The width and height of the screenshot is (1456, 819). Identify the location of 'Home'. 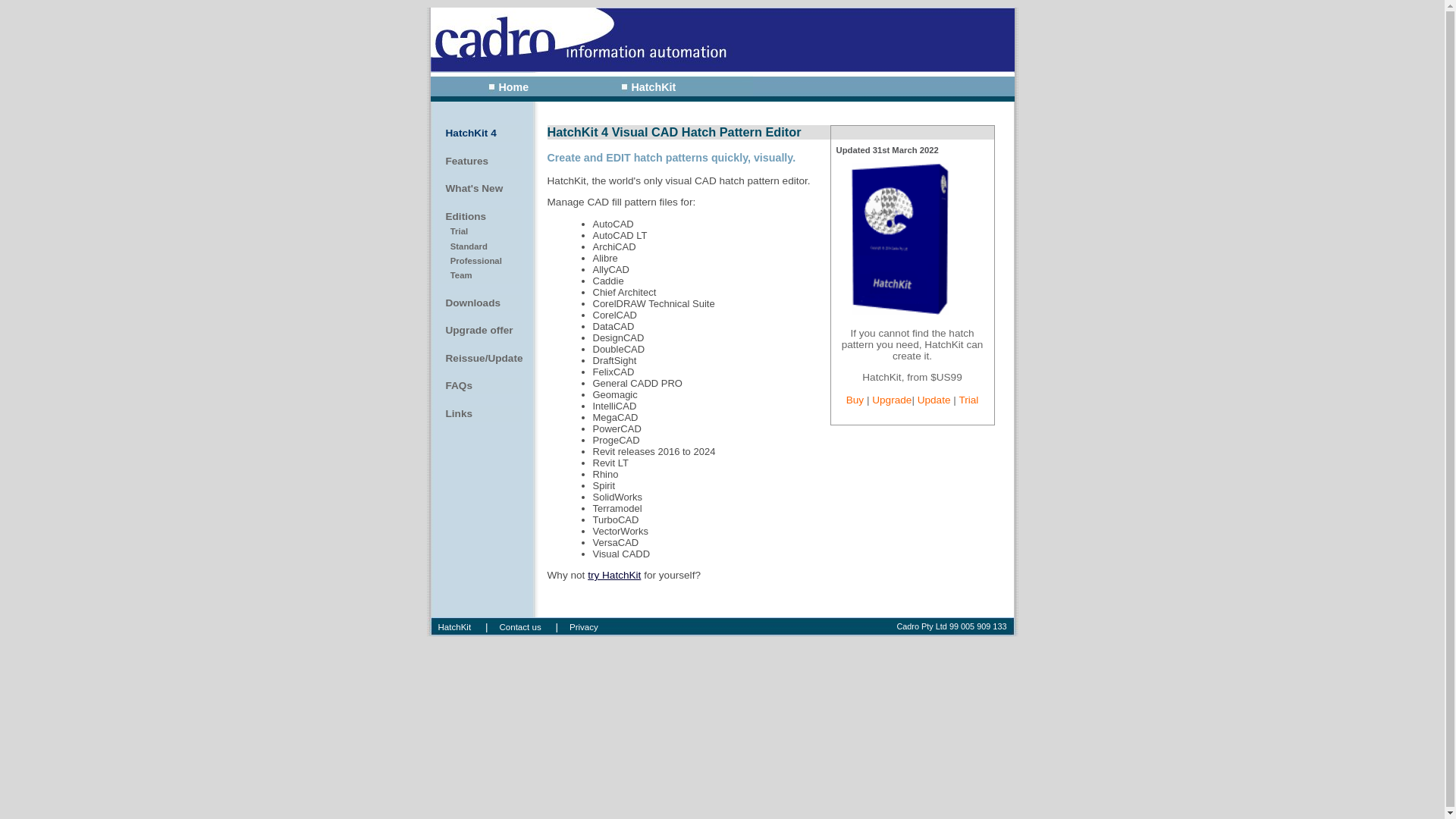
(487, 87).